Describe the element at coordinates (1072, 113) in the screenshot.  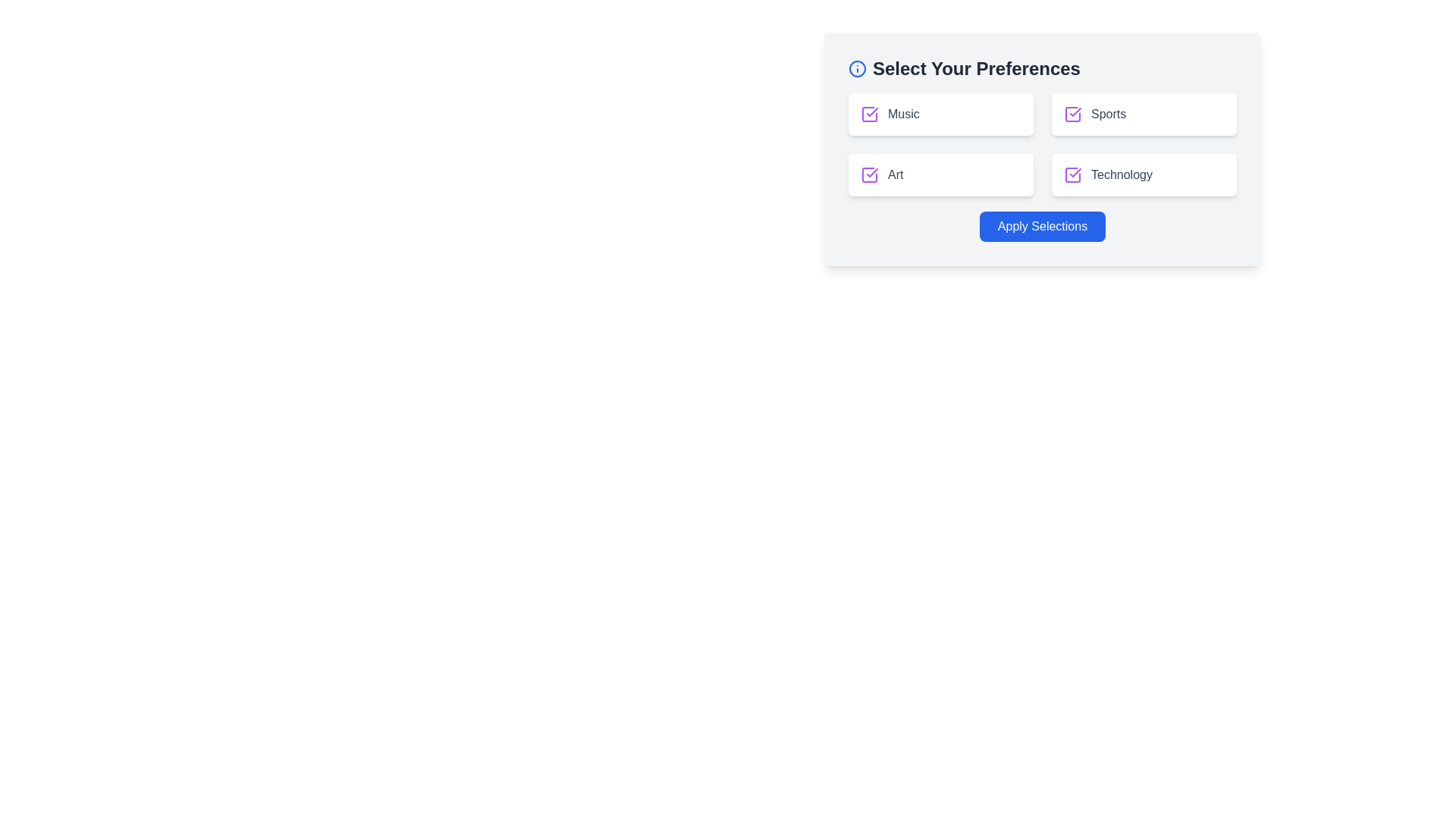
I see `the Checkbox icon for category selection located` at that location.